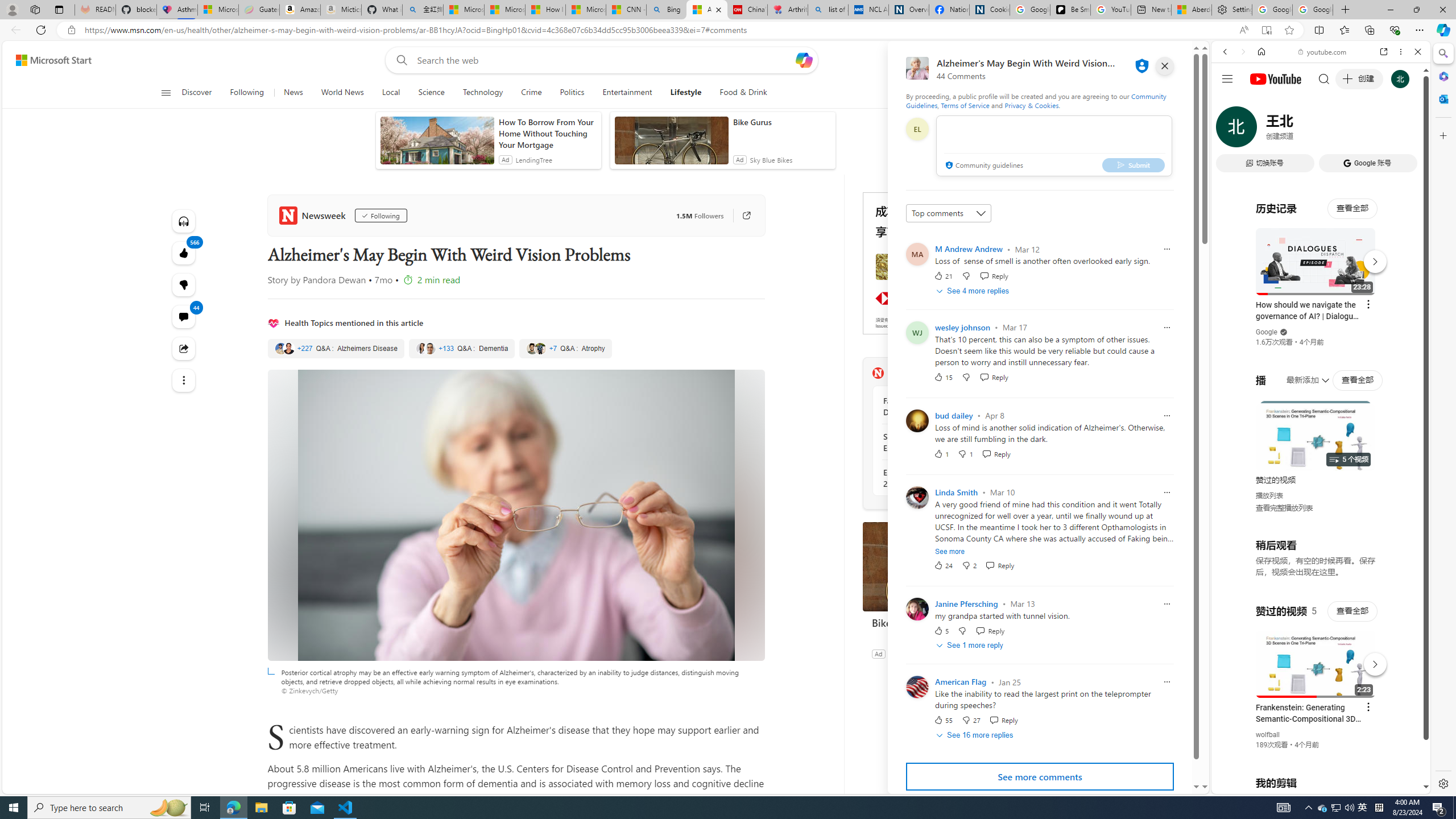 The height and width of the screenshot is (819, 1456). Describe the element at coordinates (49, 59) in the screenshot. I see `'Skip to content'` at that location.